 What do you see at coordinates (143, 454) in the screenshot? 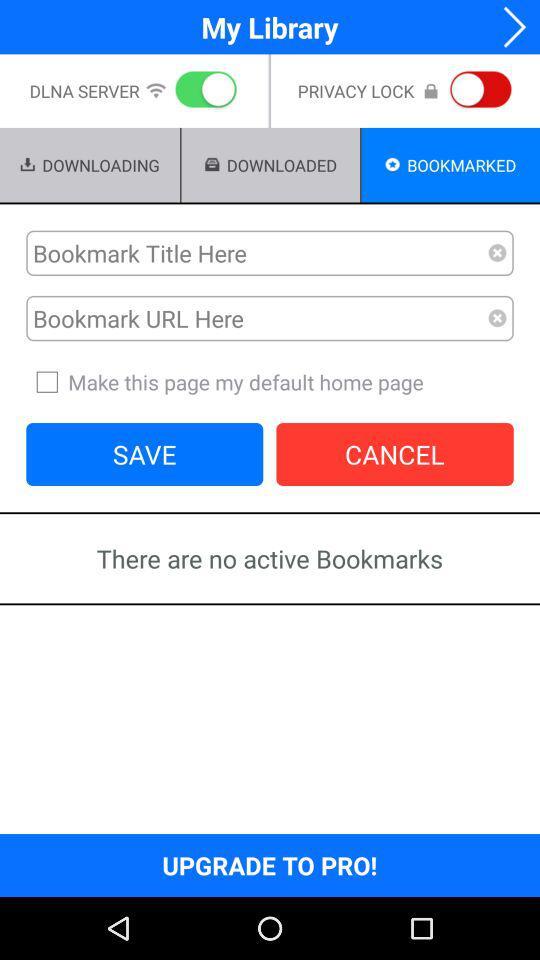
I see `button next to cancel item` at bounding box center [143, 454].